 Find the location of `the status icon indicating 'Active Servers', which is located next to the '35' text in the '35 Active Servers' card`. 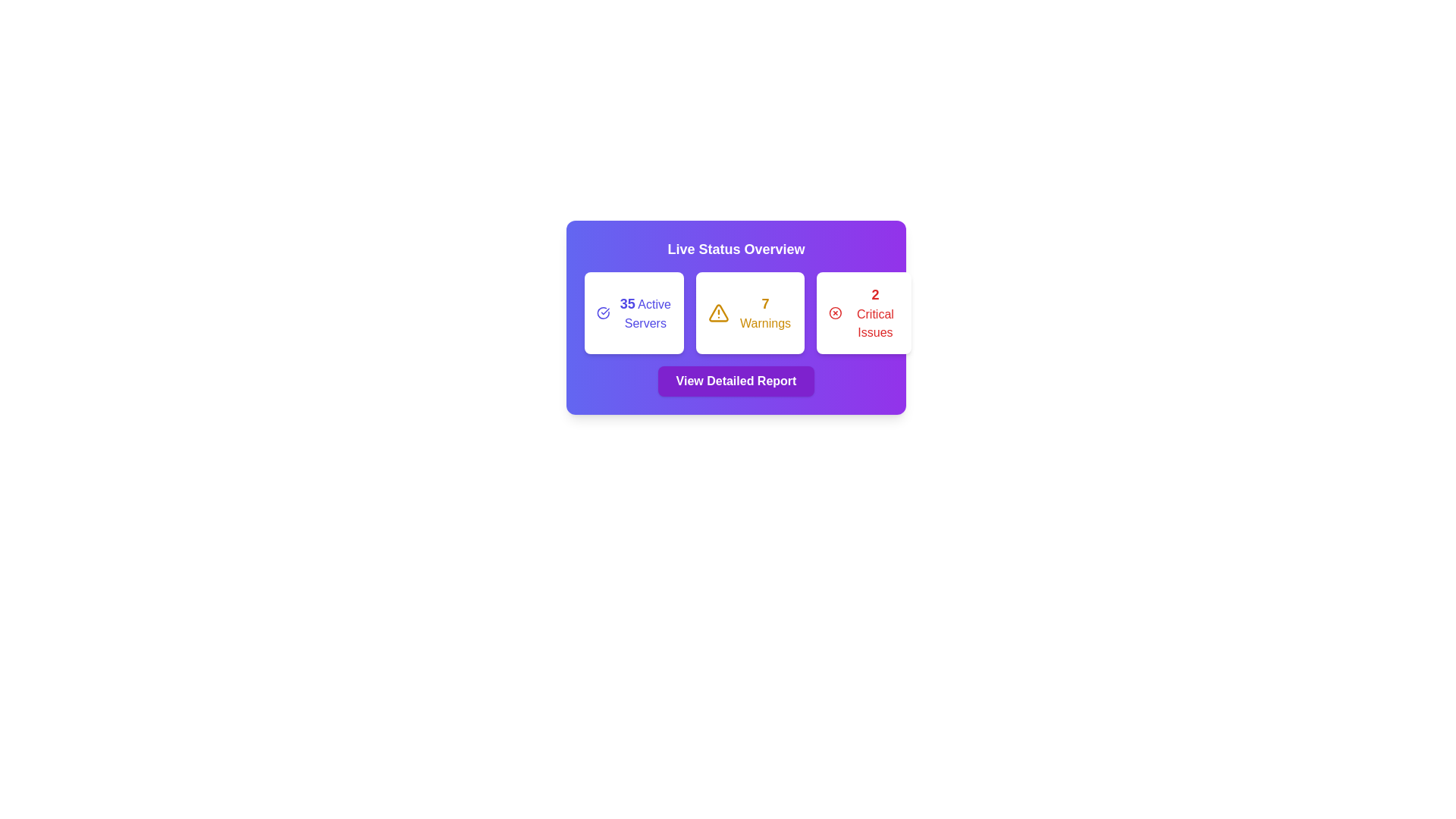

the status icon indicating 'Active Servers', which is located next to the '35' text in the '35 Active Servers' card is located at coordinates (602, 312).